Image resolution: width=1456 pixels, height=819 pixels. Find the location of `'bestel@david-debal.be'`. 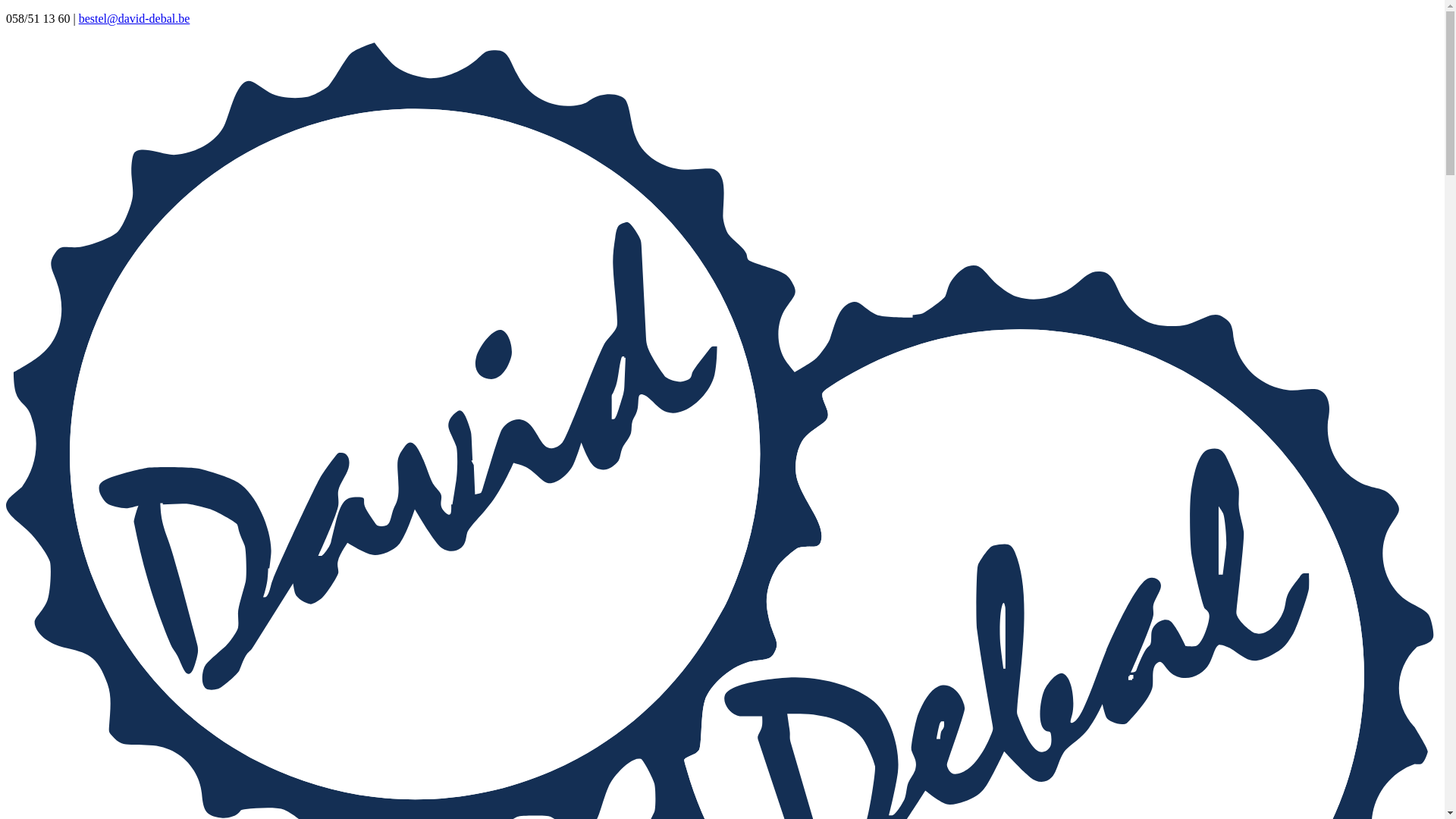

'bestel@david-debal.be' is located at coordinates (134, 18).